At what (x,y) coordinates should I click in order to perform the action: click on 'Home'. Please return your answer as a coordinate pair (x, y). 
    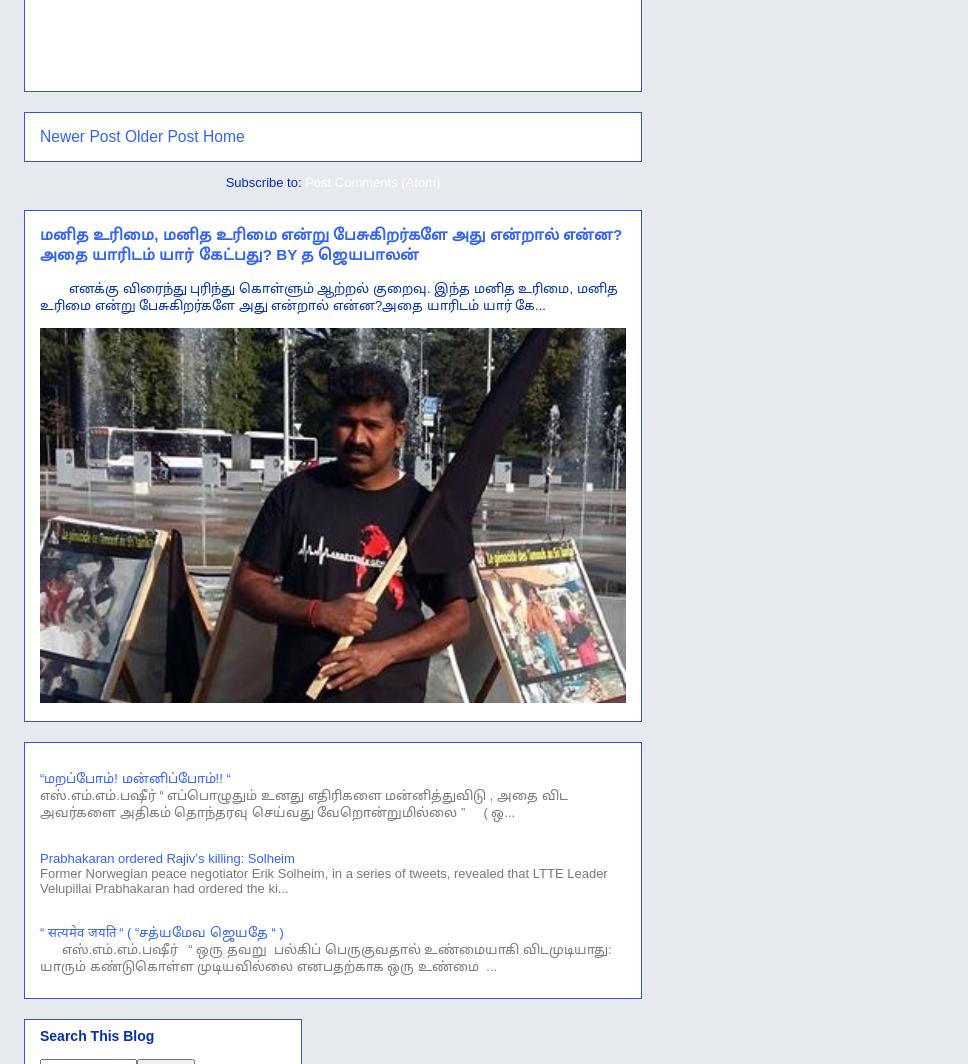
    Looking at the image, I should click on (222, 135).